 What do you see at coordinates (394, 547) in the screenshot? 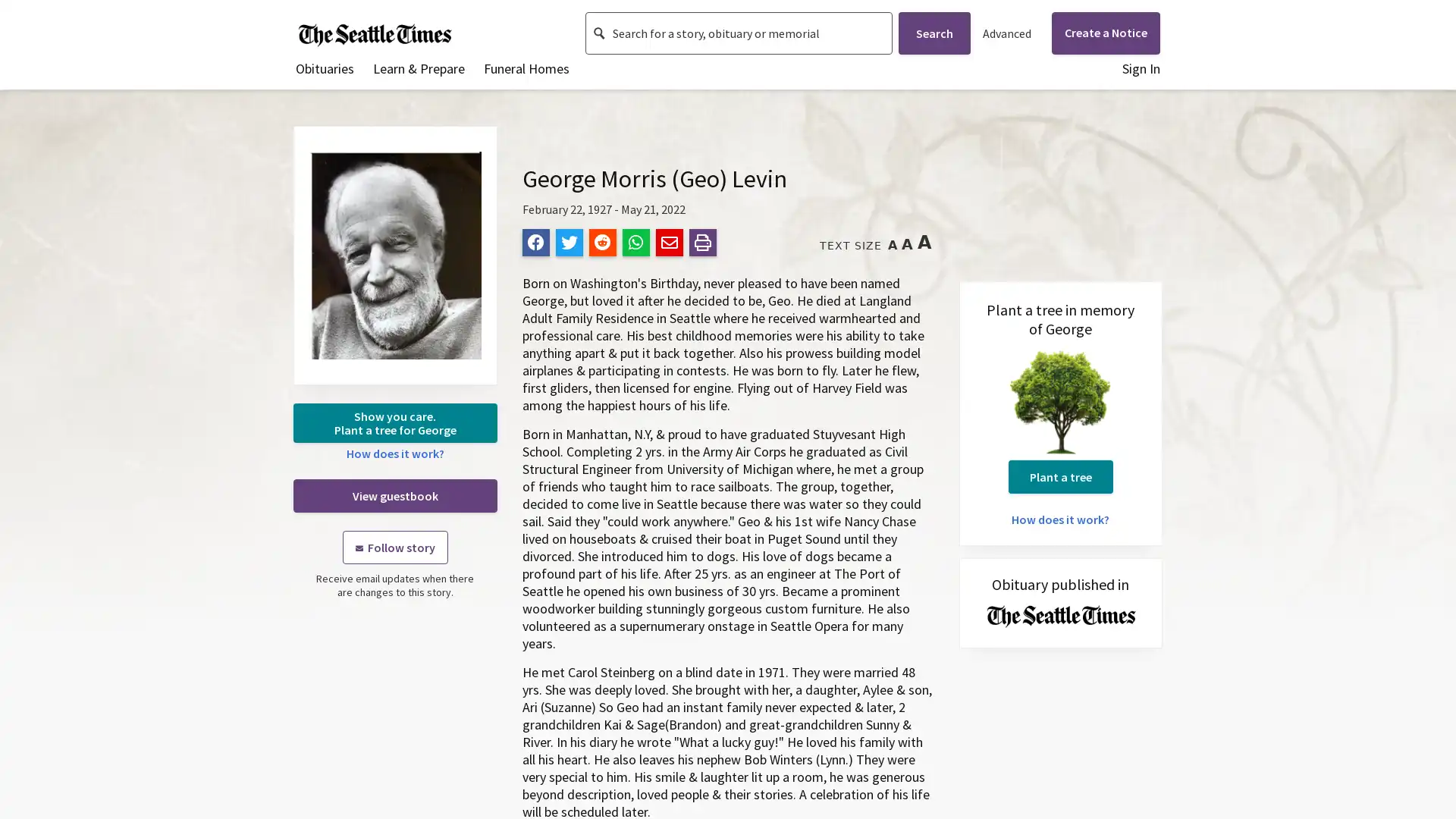
I see `Follow story` at bounding box center [394, 547].